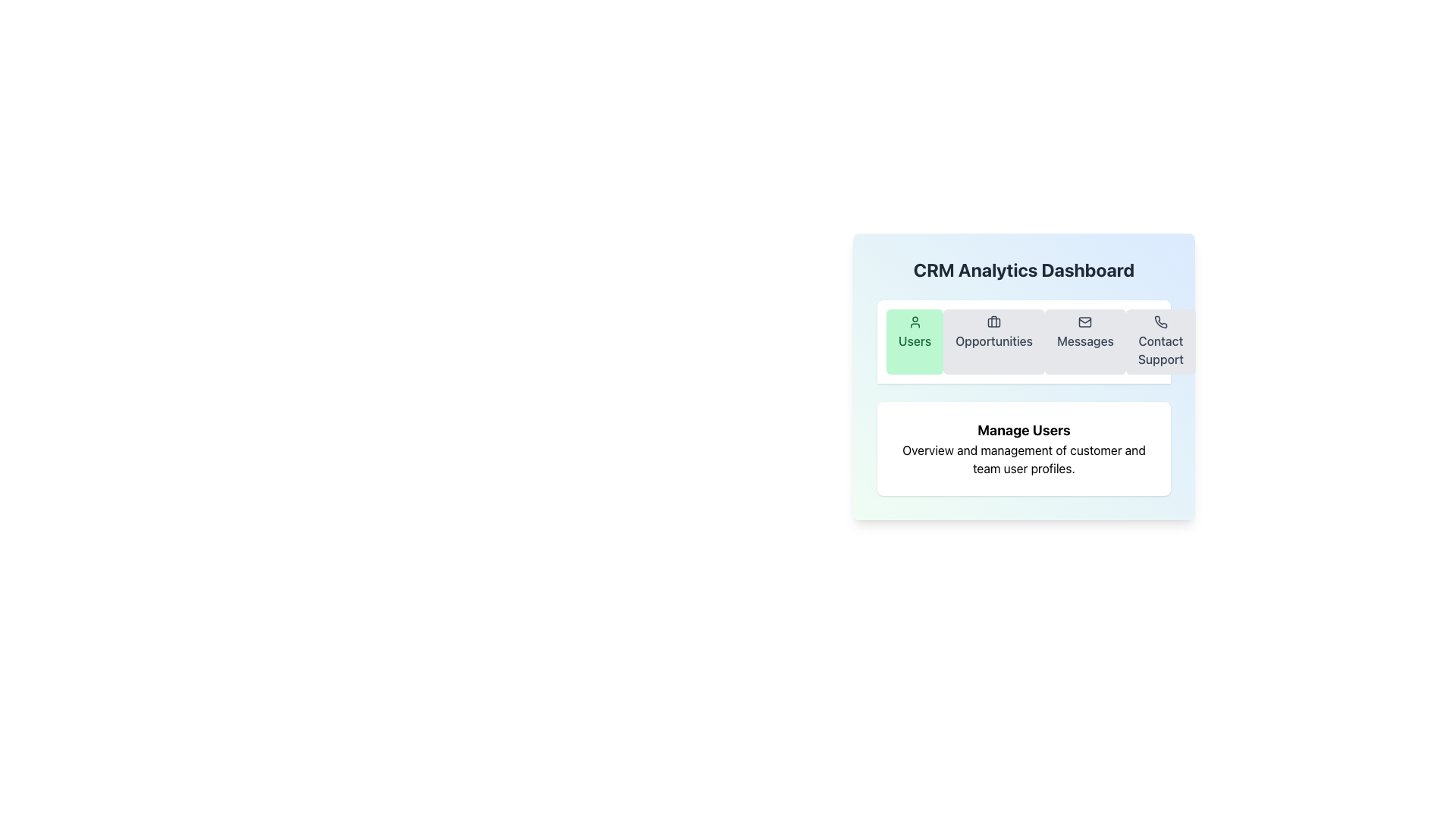  I want to click on the phone icon located within the 'Contact Support' button on the far right of the horizontal navigation bar, so click(1160, 321).